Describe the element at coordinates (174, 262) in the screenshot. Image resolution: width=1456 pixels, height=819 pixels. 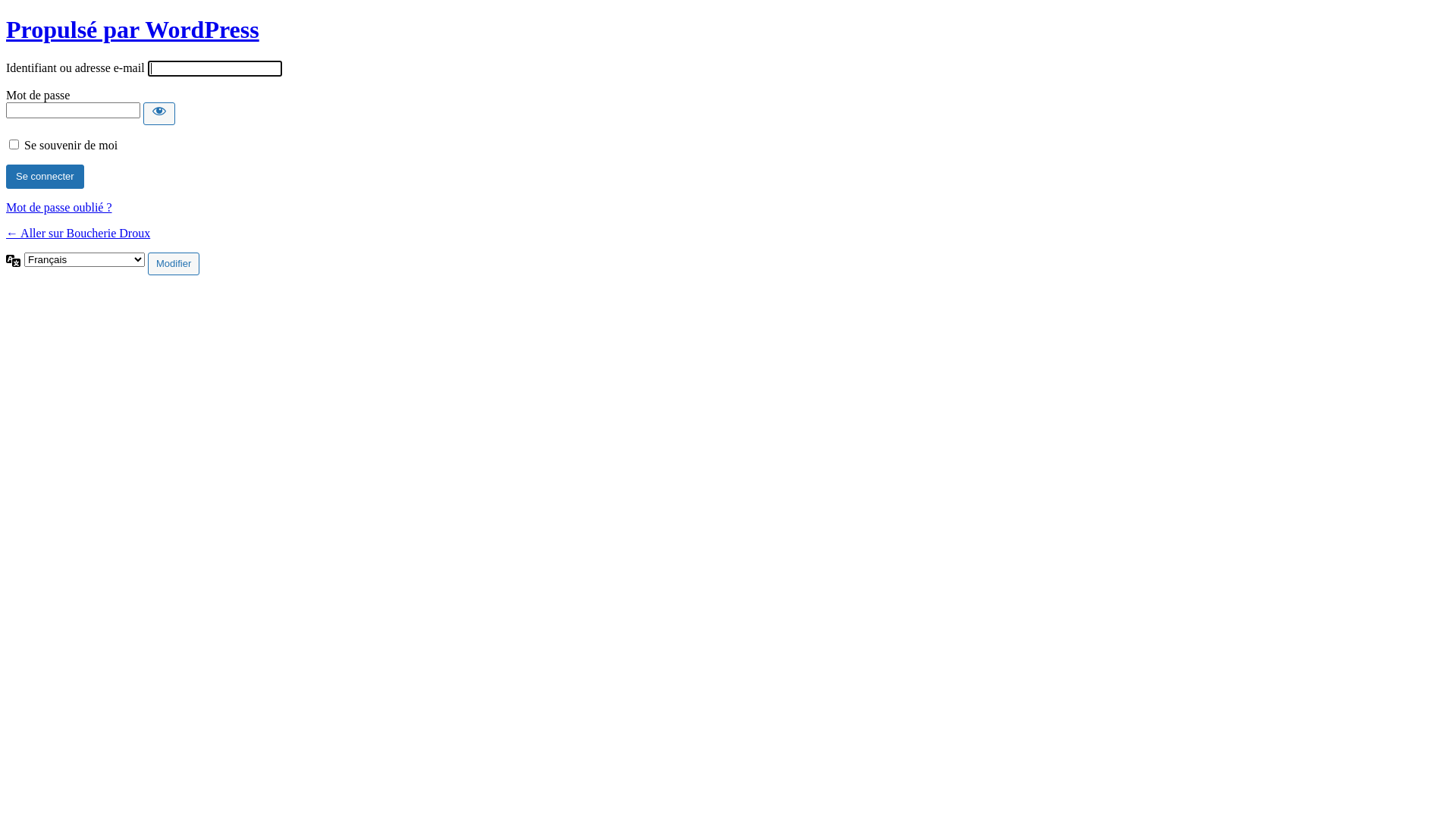
I see `'Modifier'` at that location.